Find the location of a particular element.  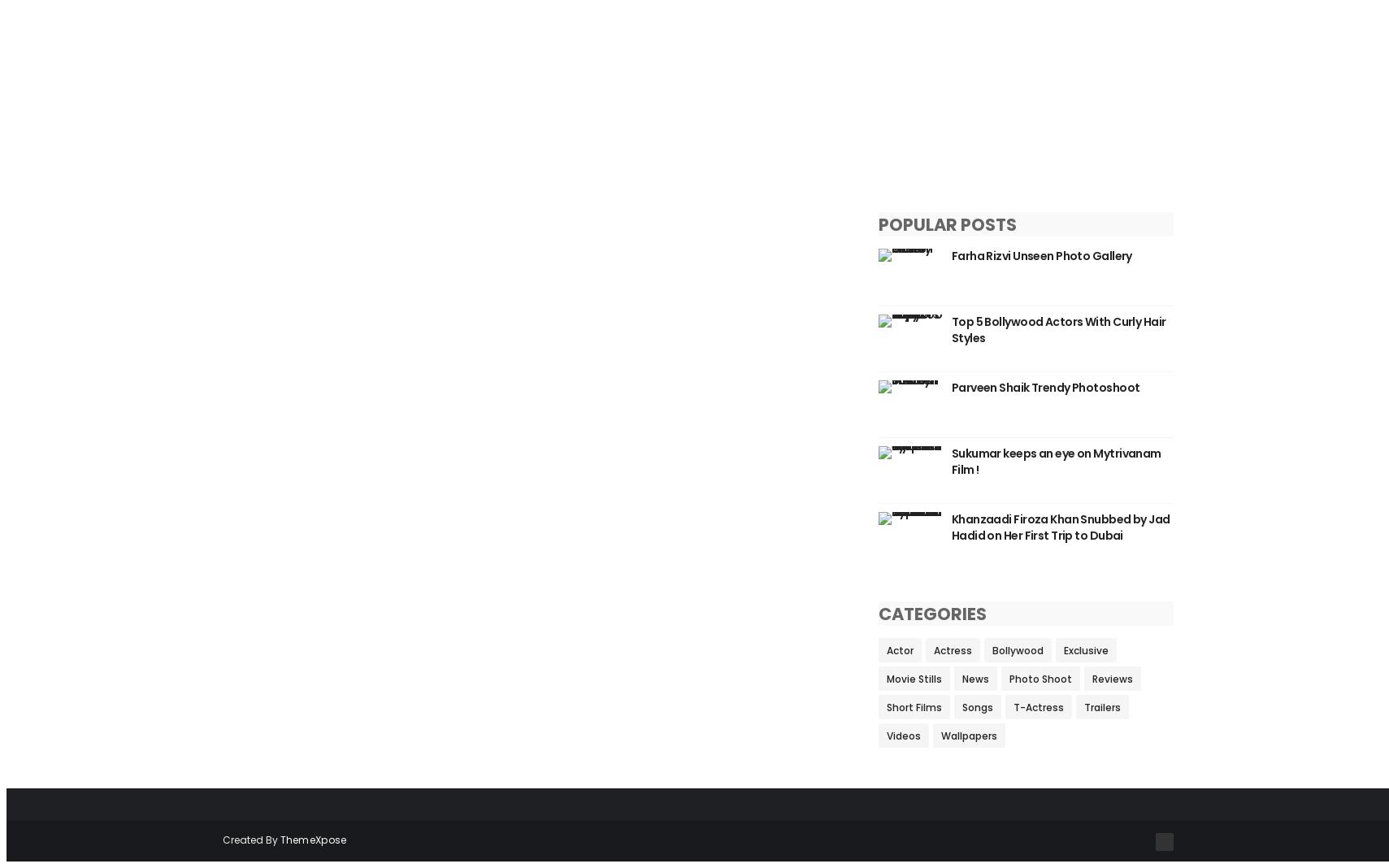

'Actress' is located at coordinates (952, 650).